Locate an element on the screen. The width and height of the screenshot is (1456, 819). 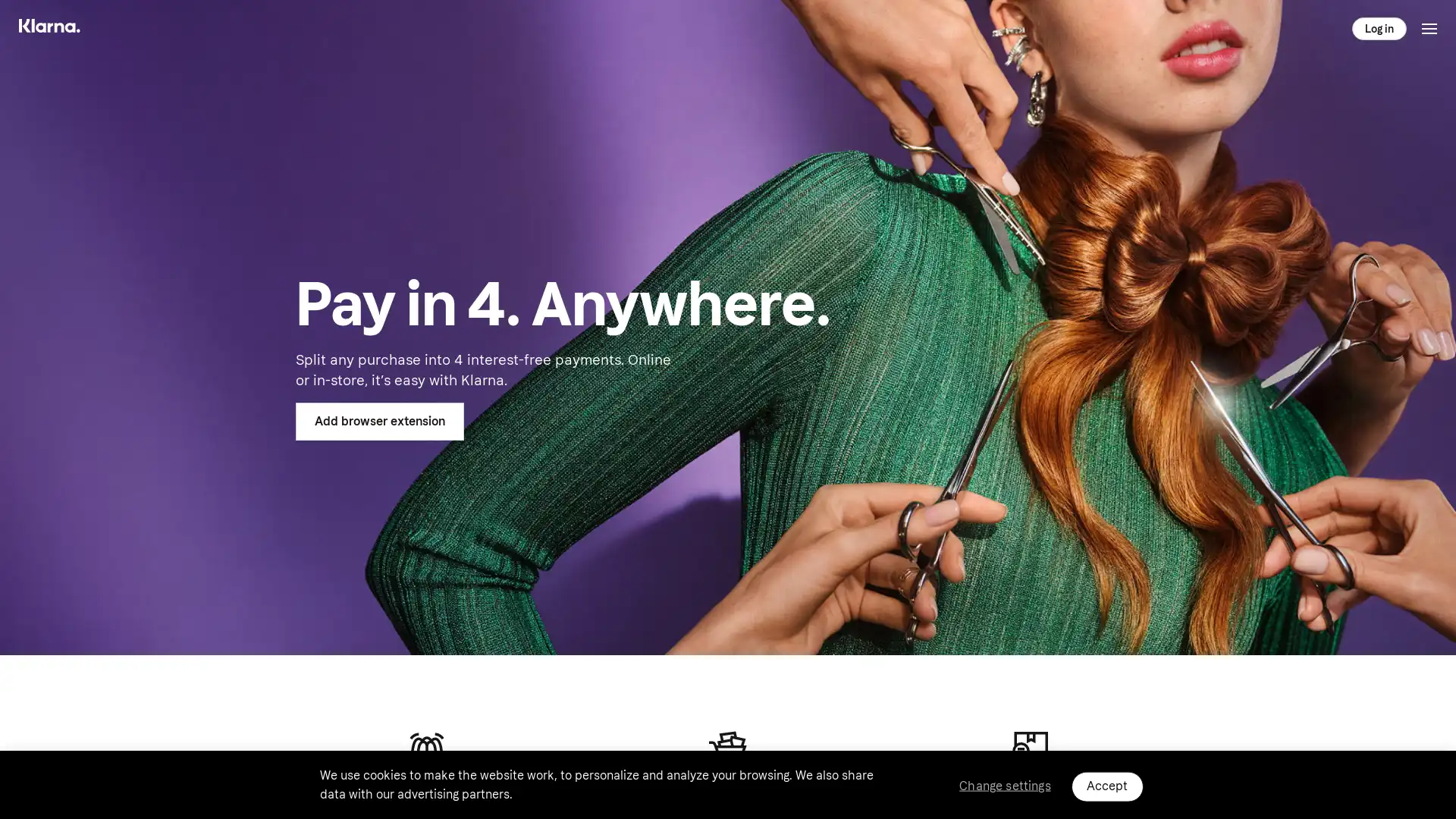
Change settings is located at coordinates (1004, 785).